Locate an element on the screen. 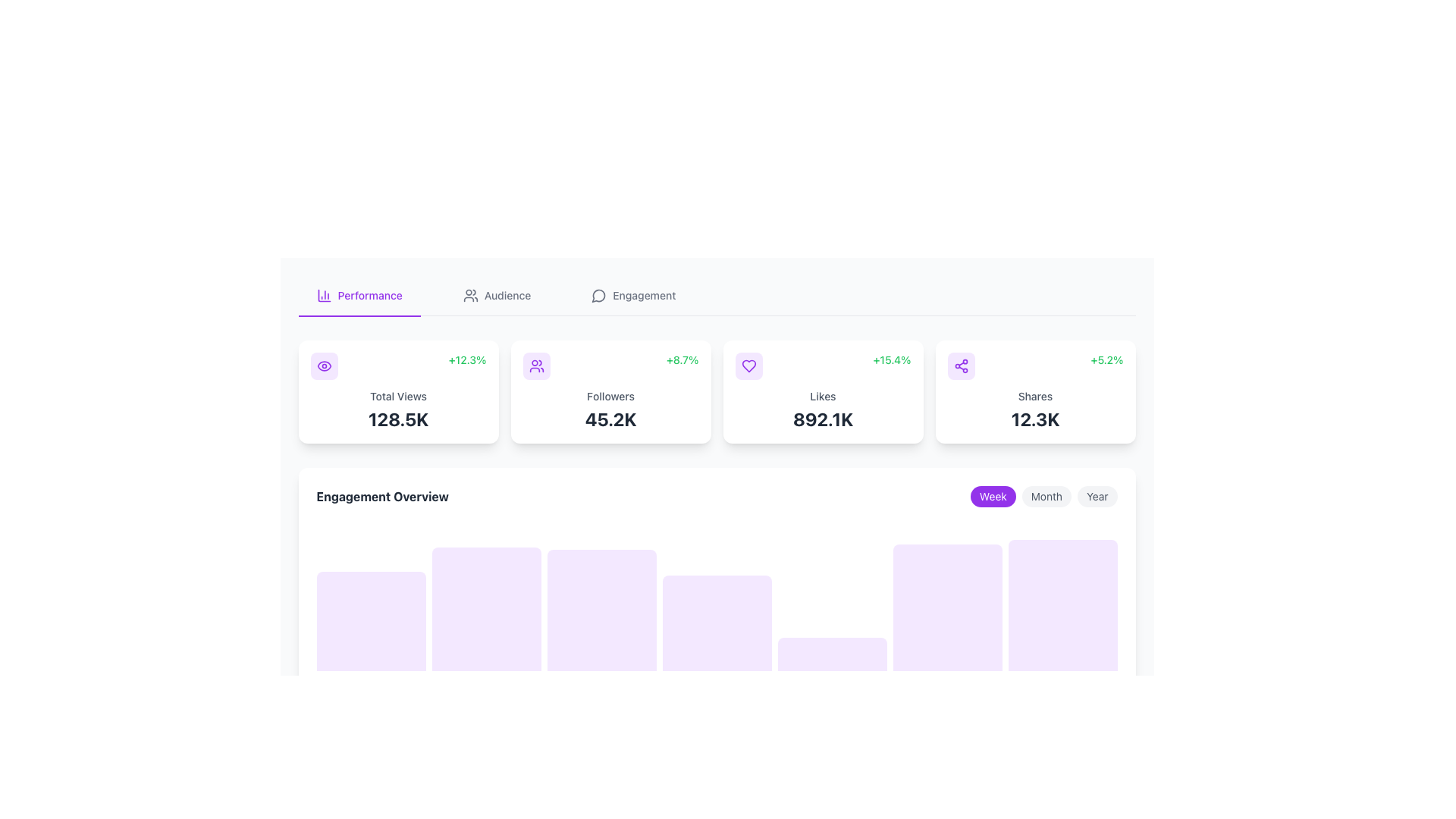 The image size is (1456, 819). the likes icon located in the third card from the left, which represents the 'likes' metric for user engagement is located at coordinates (748, 366).